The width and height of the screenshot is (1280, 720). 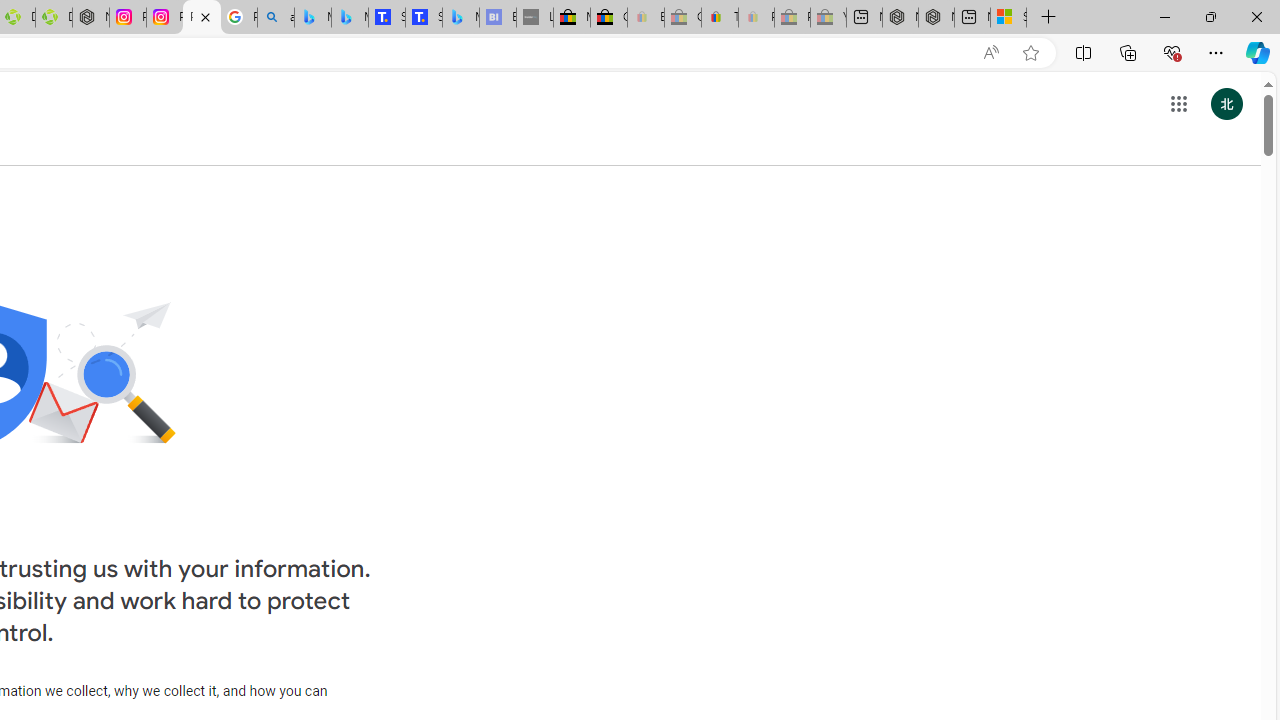 I want to click on 'alabama high school quarterback dies - Search', so click(x=275, y=17).